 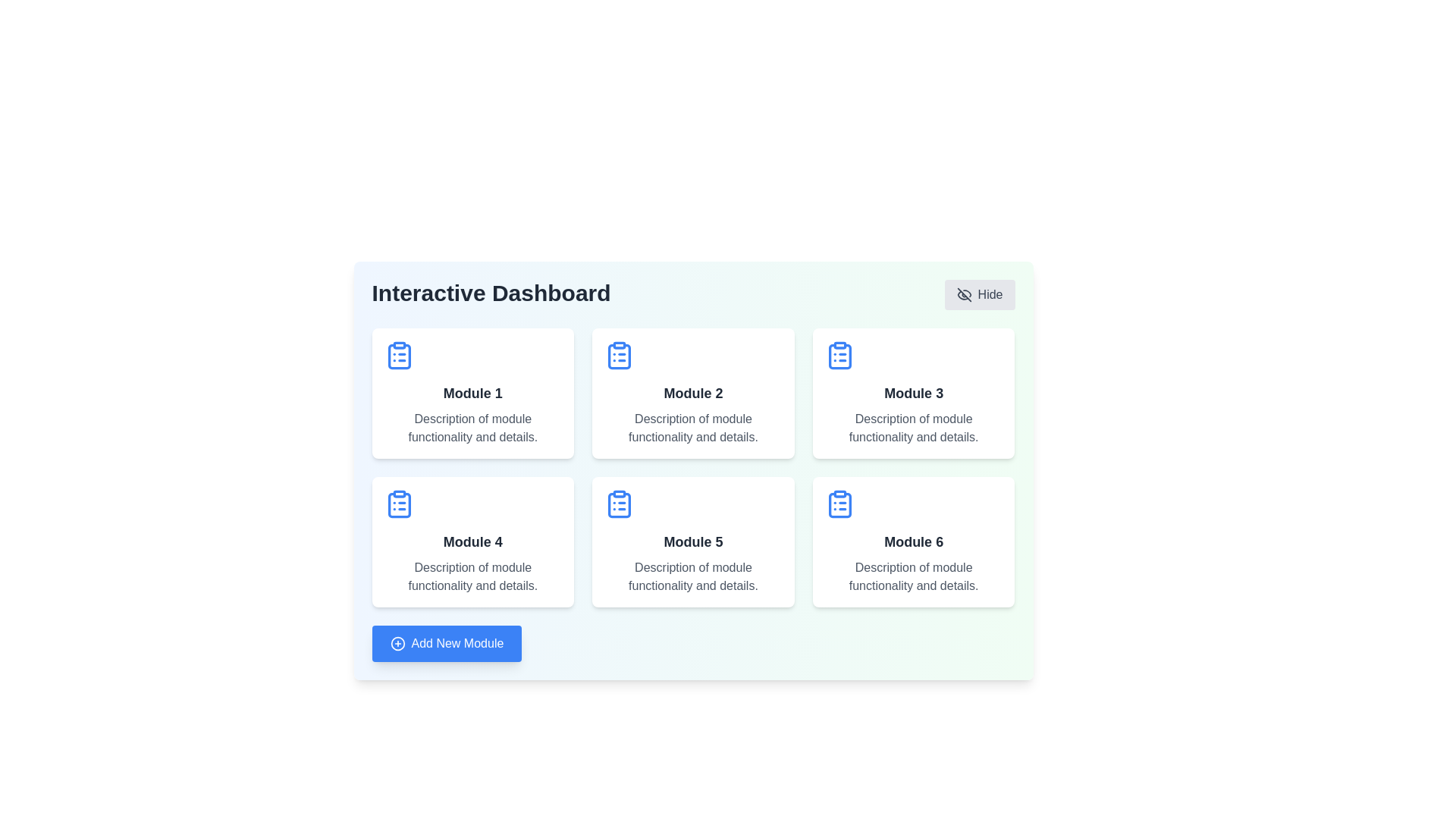 I want to click on the Informational card representing Module 6, located in the third column of the second row of the grid layout, adjacent to Module 5 and Module 4, so click(x=913, y=541).